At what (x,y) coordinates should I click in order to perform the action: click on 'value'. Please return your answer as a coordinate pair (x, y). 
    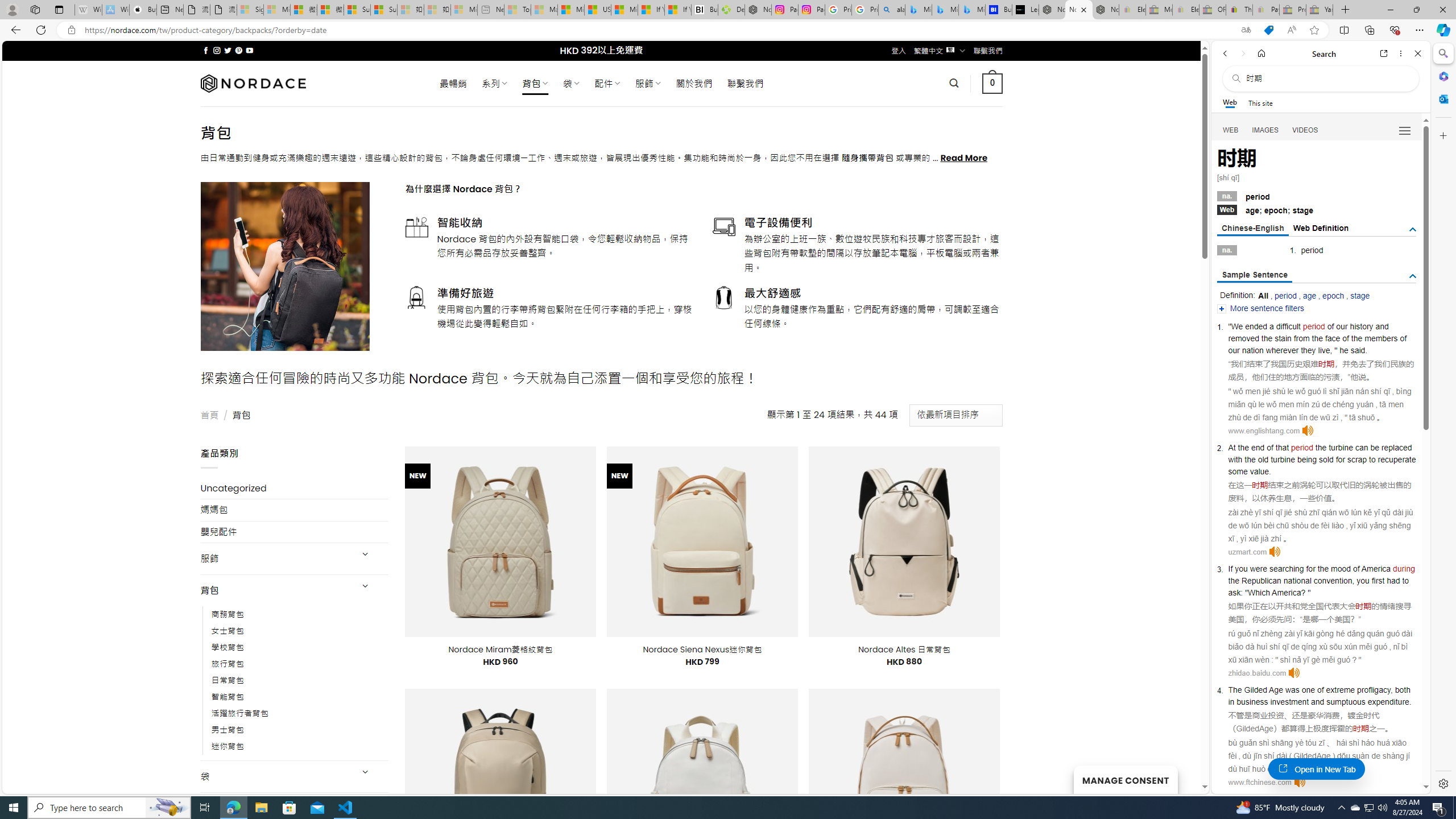
    Looking at the image, I should click on (1259, 470).